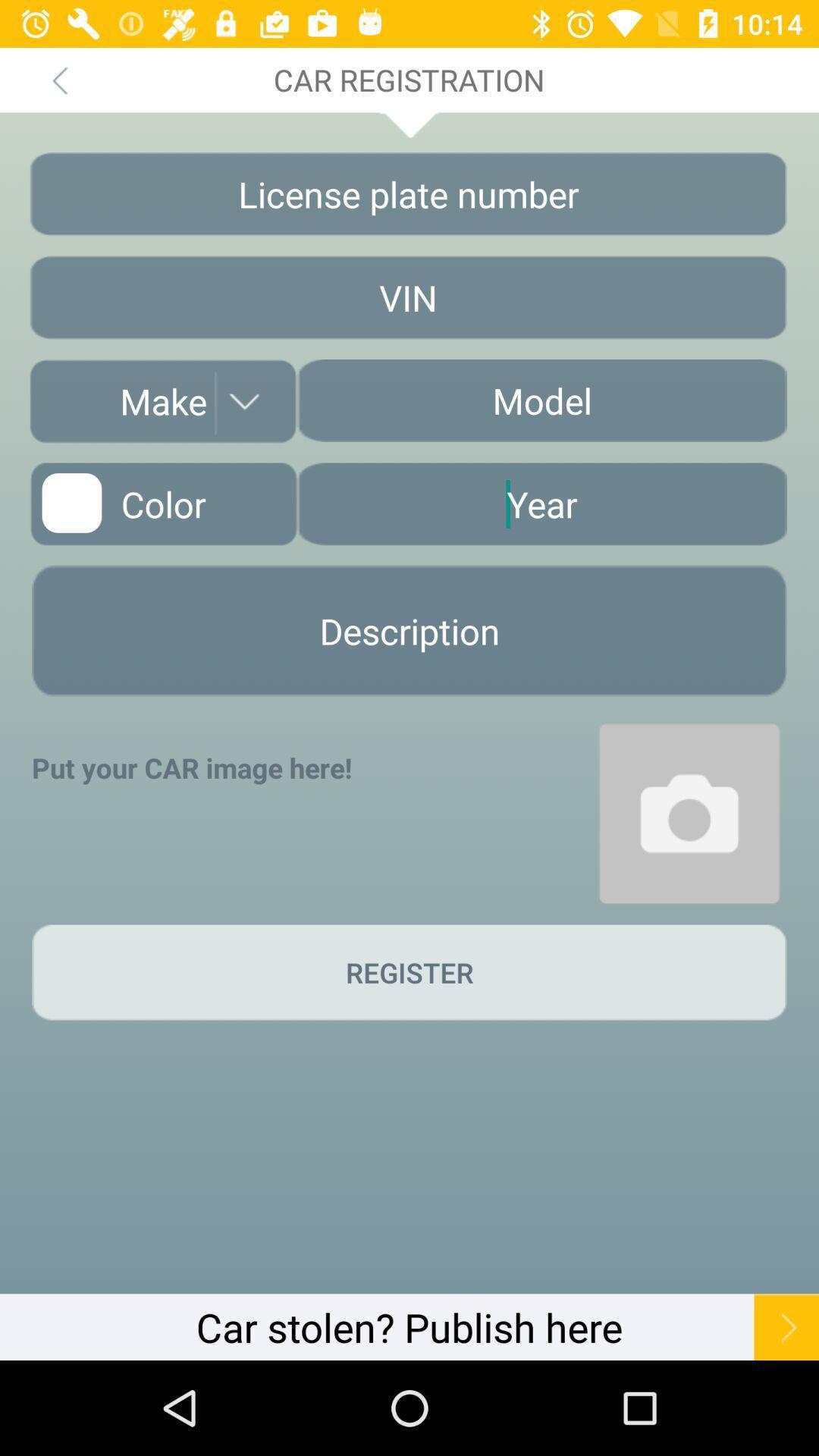 The image size is (819, 1456). What do you see at coordinates (163, 504) in the screenshot?
I see `open color selector option` at bounding box center [163, 504].